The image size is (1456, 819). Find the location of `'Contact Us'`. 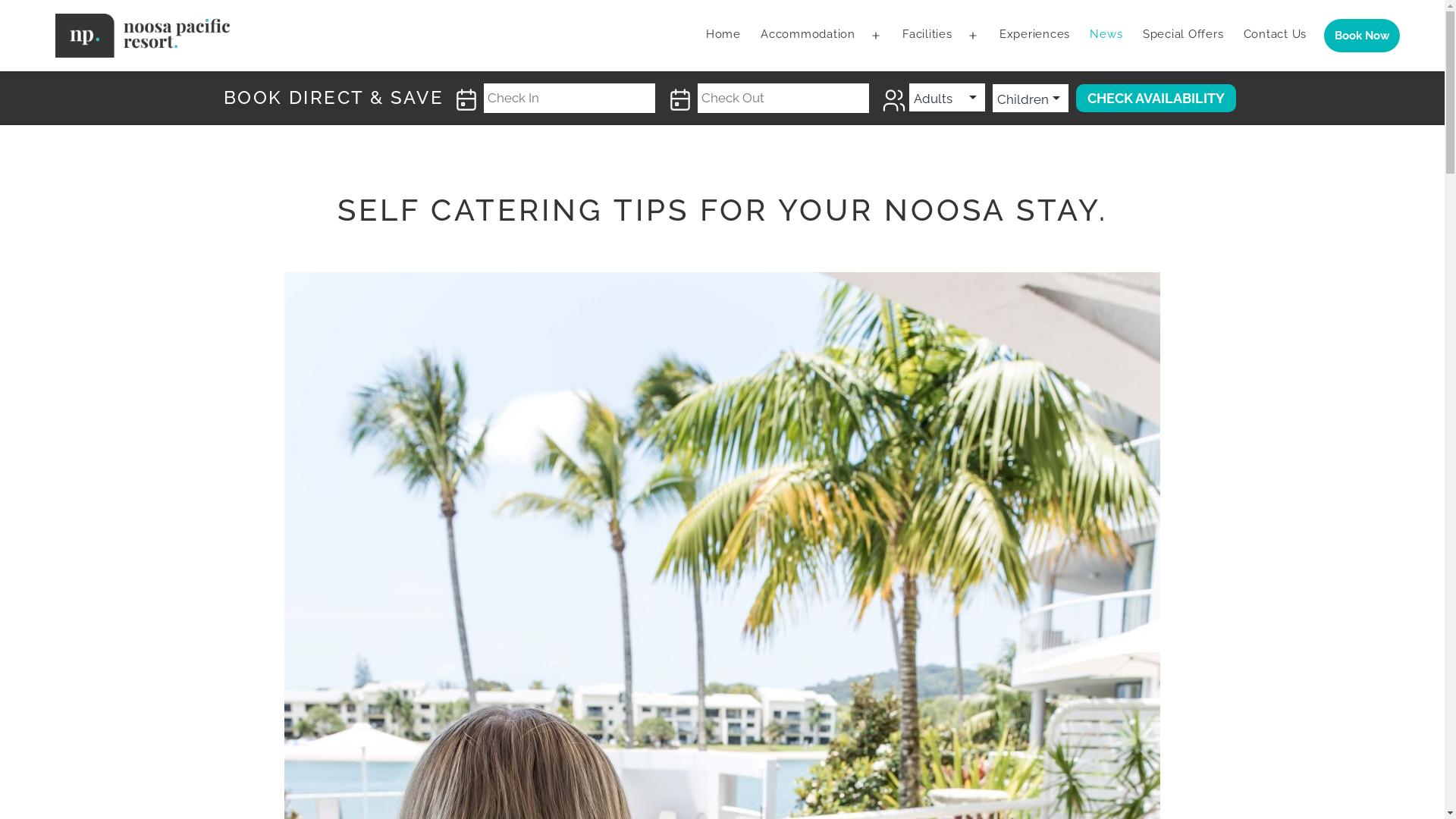

'Contact Us' is located at coordinates (1274, 35).